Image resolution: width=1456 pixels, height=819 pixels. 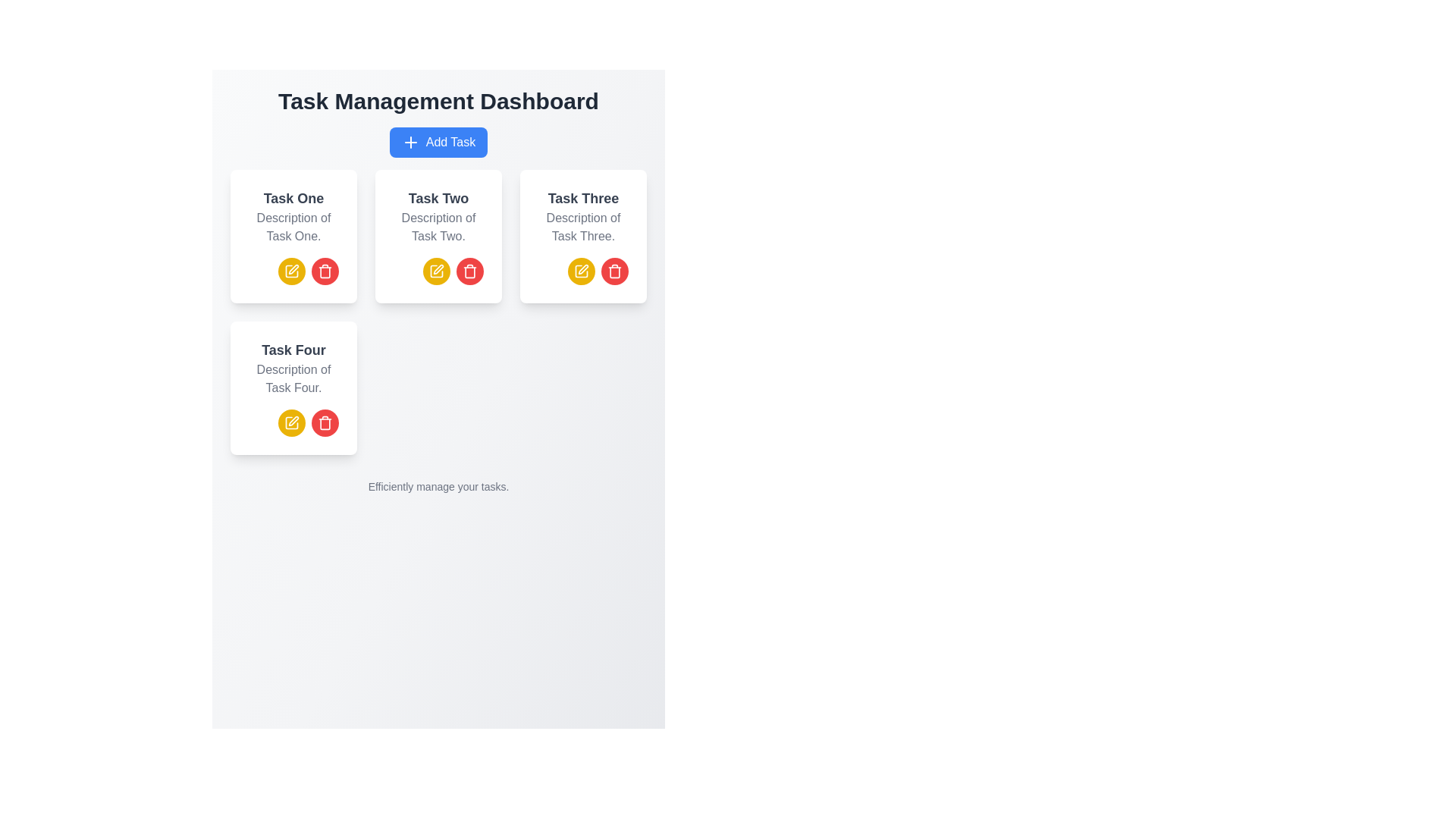 What do you see at coordinates (581, 271) in the screenshot?
I see `the edit button for 'Task Three'` at bounding box center [581, 271].